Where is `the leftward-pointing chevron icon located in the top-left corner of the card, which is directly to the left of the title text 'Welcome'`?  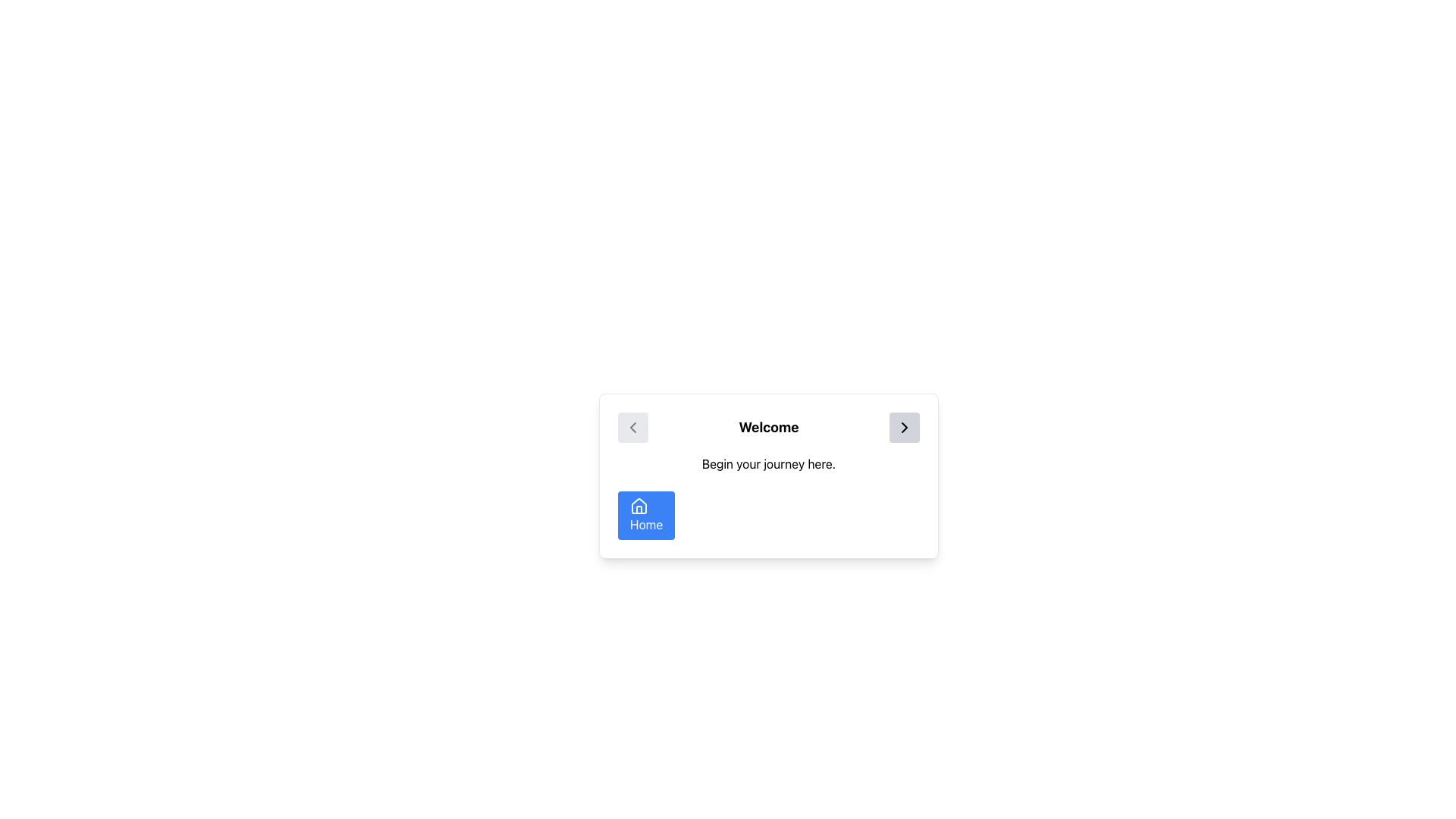 the leftward-pointing chevron icon located in the top-left corner of the card, which is directly to the left of the title text 'Welcome' is located at coordinates (633, 427).